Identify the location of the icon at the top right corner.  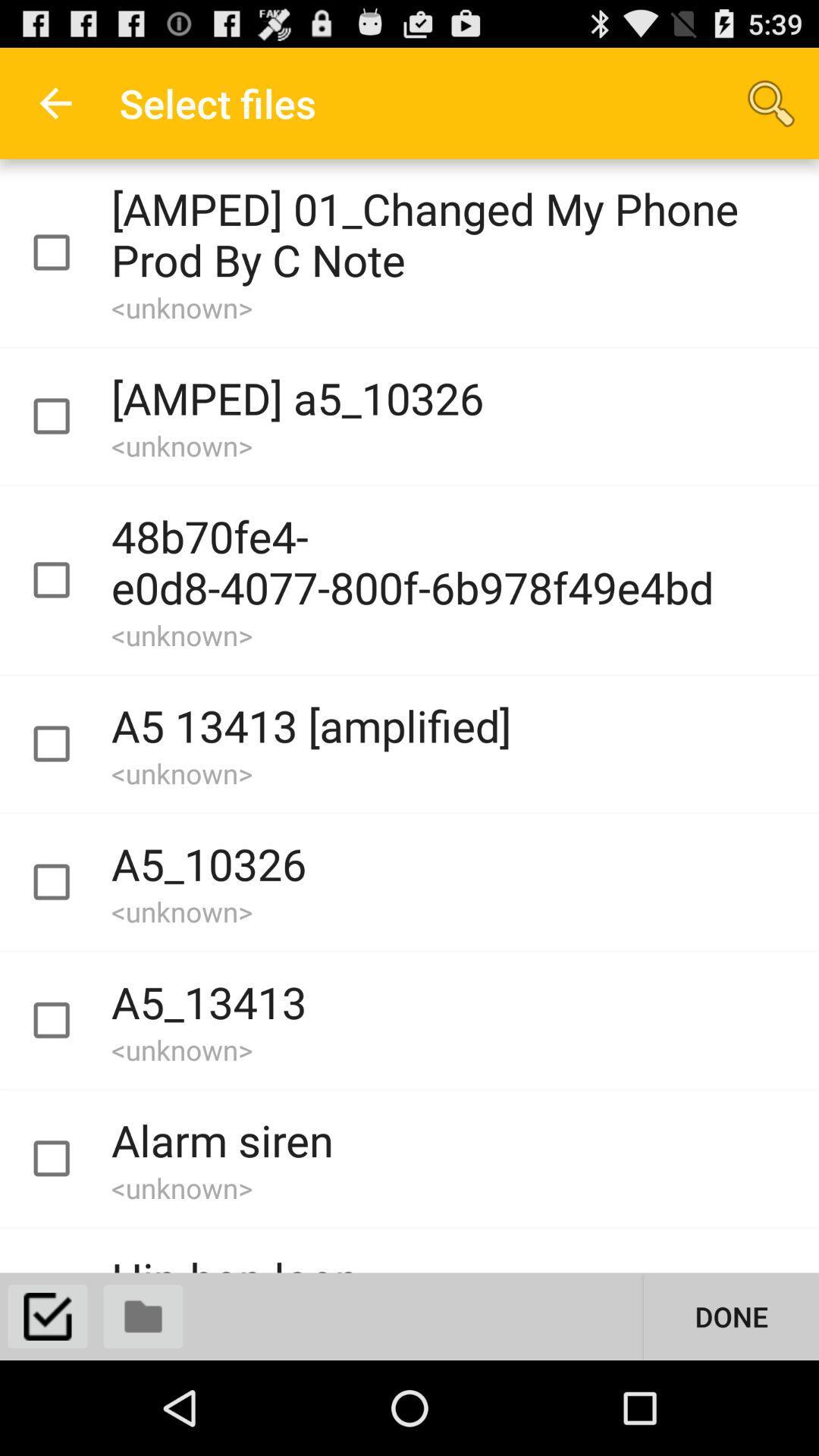
(771, 102).